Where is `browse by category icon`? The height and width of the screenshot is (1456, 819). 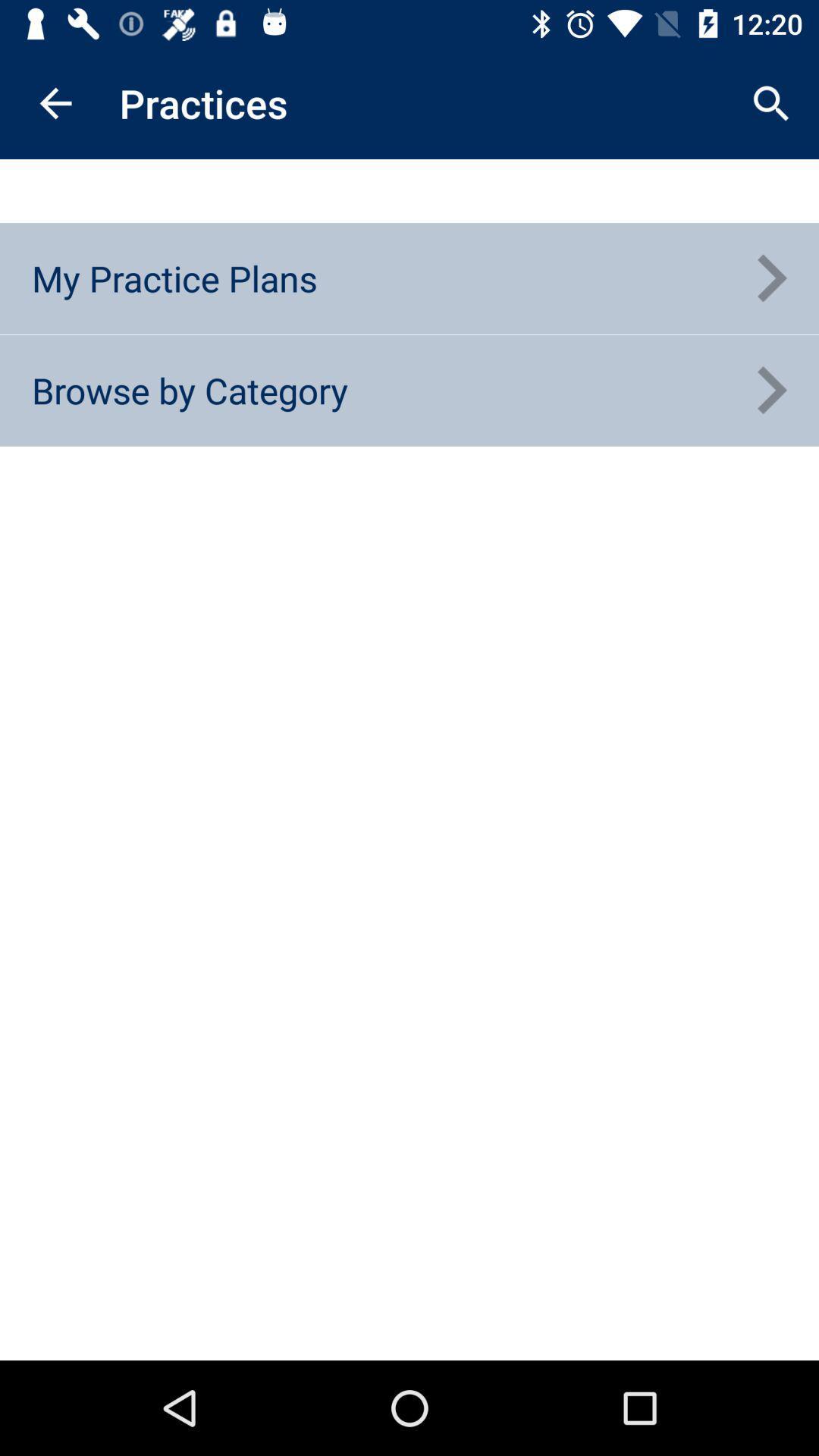
browse by category icon is located at coordinates (189, 390).